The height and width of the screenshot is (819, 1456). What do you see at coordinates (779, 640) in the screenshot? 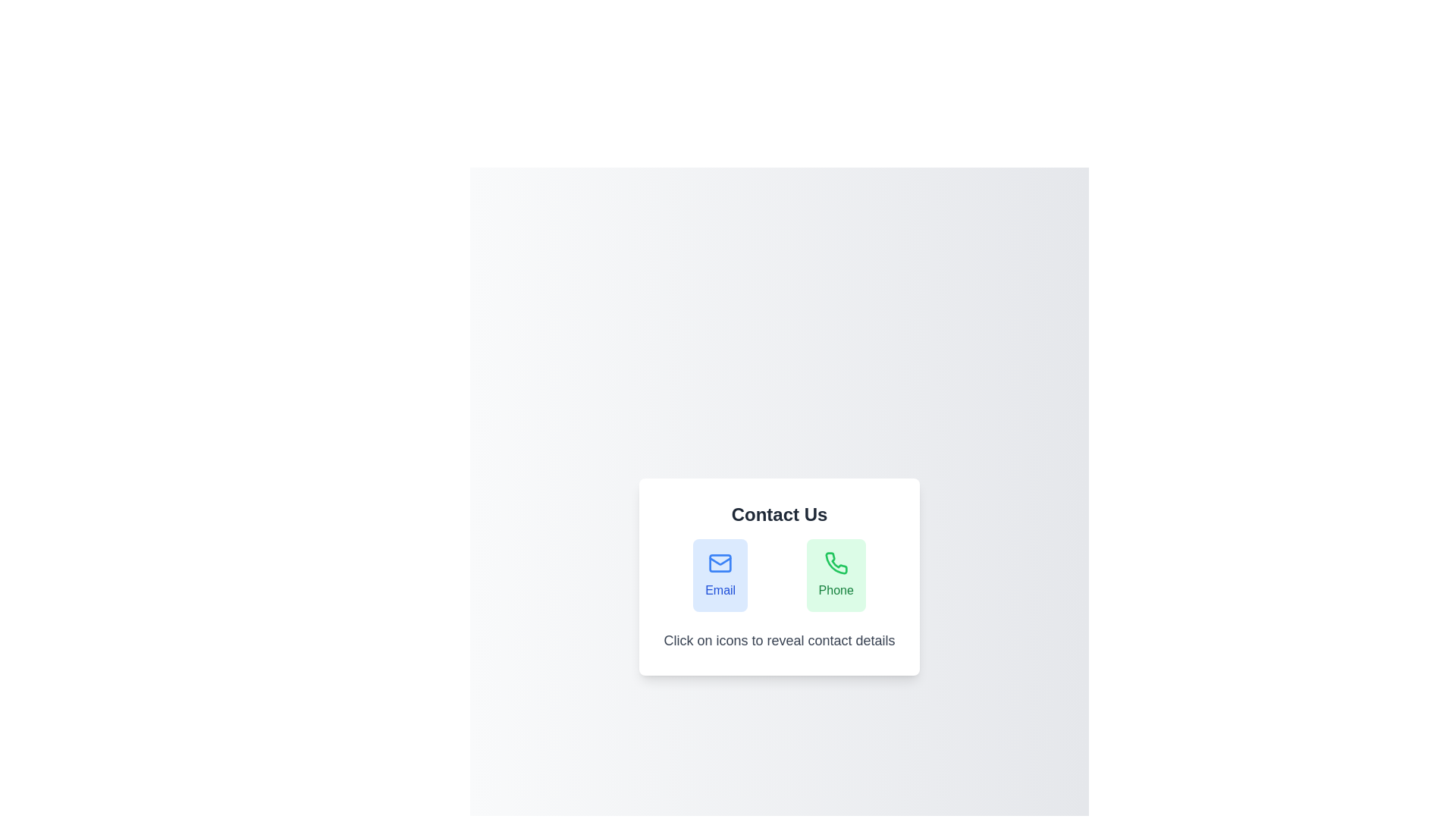
I see `the text label that reads 'Click on icons` at bounding box center [779, 640].